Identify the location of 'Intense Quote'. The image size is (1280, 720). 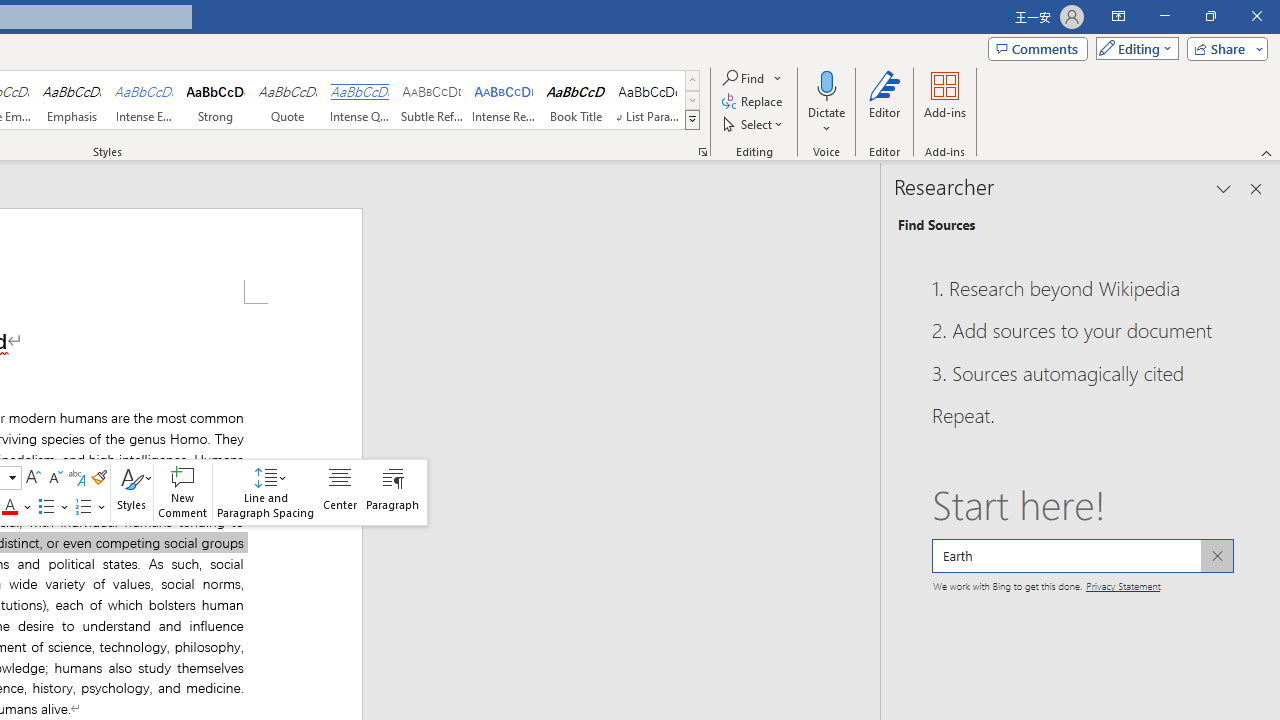
(359, 100).